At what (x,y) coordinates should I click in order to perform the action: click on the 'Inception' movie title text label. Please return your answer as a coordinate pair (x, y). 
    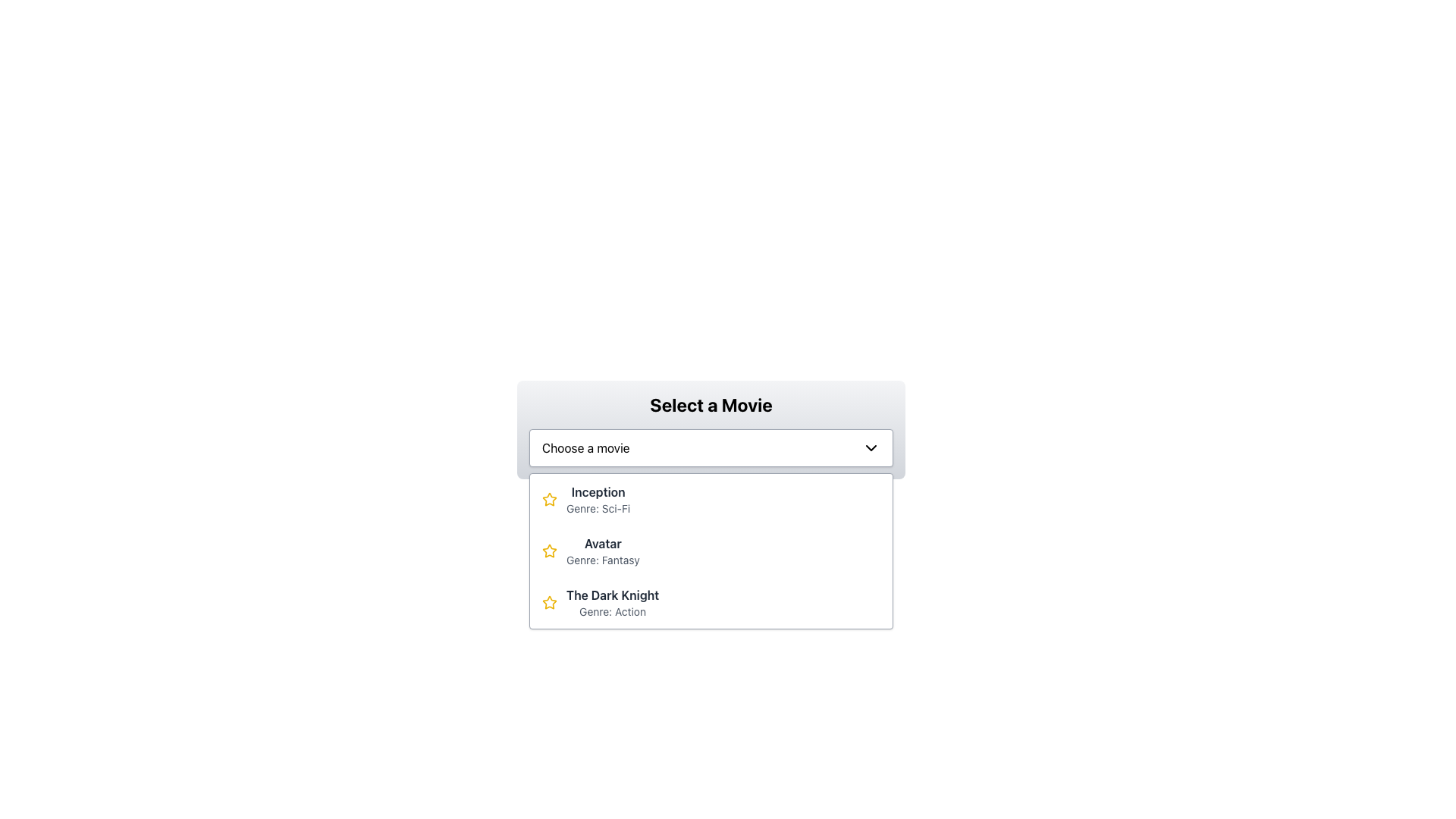
    Looking at the image, I should click on (598, 500).